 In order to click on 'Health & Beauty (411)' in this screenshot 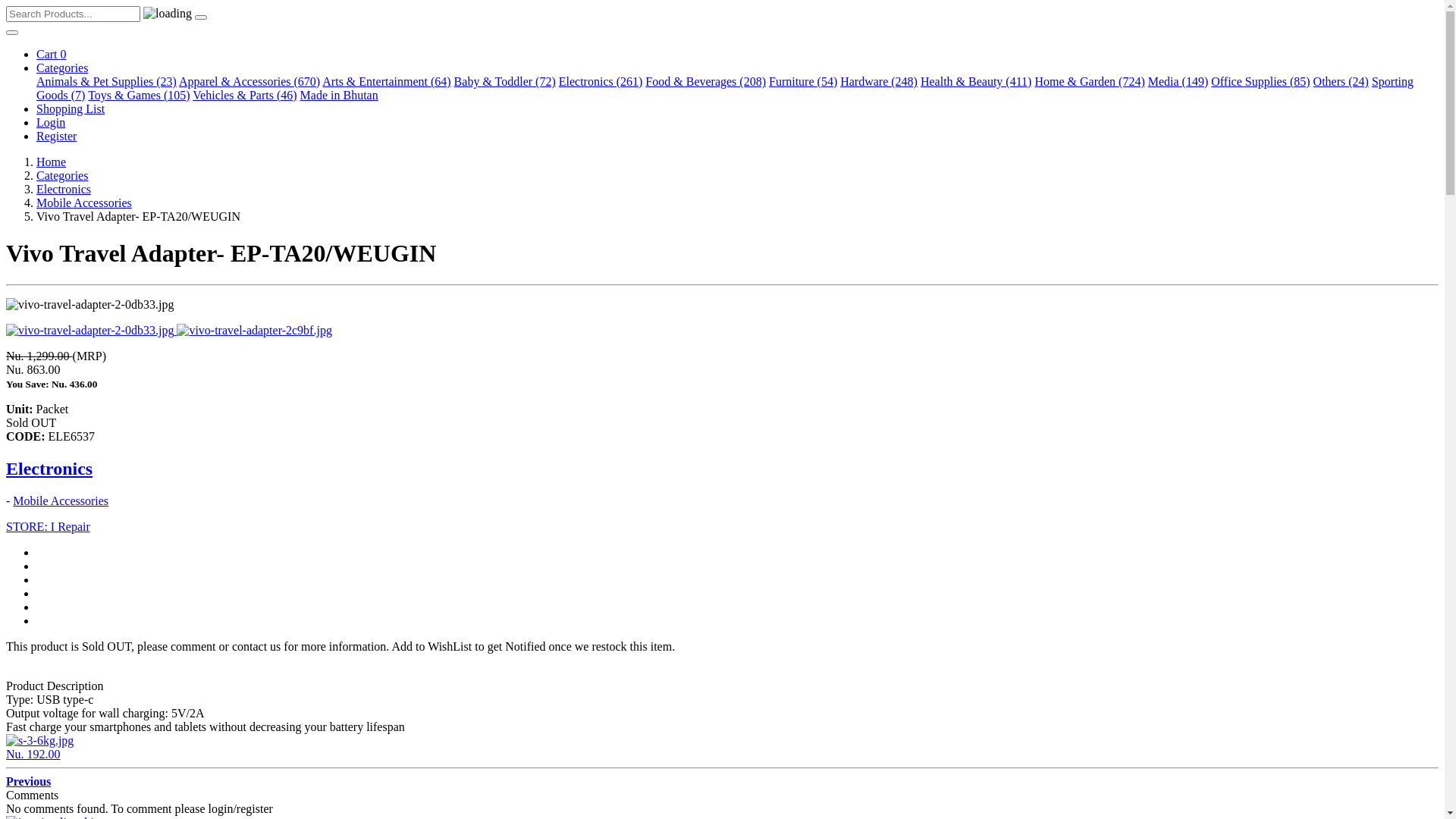, I will do `click(975, 81)`.